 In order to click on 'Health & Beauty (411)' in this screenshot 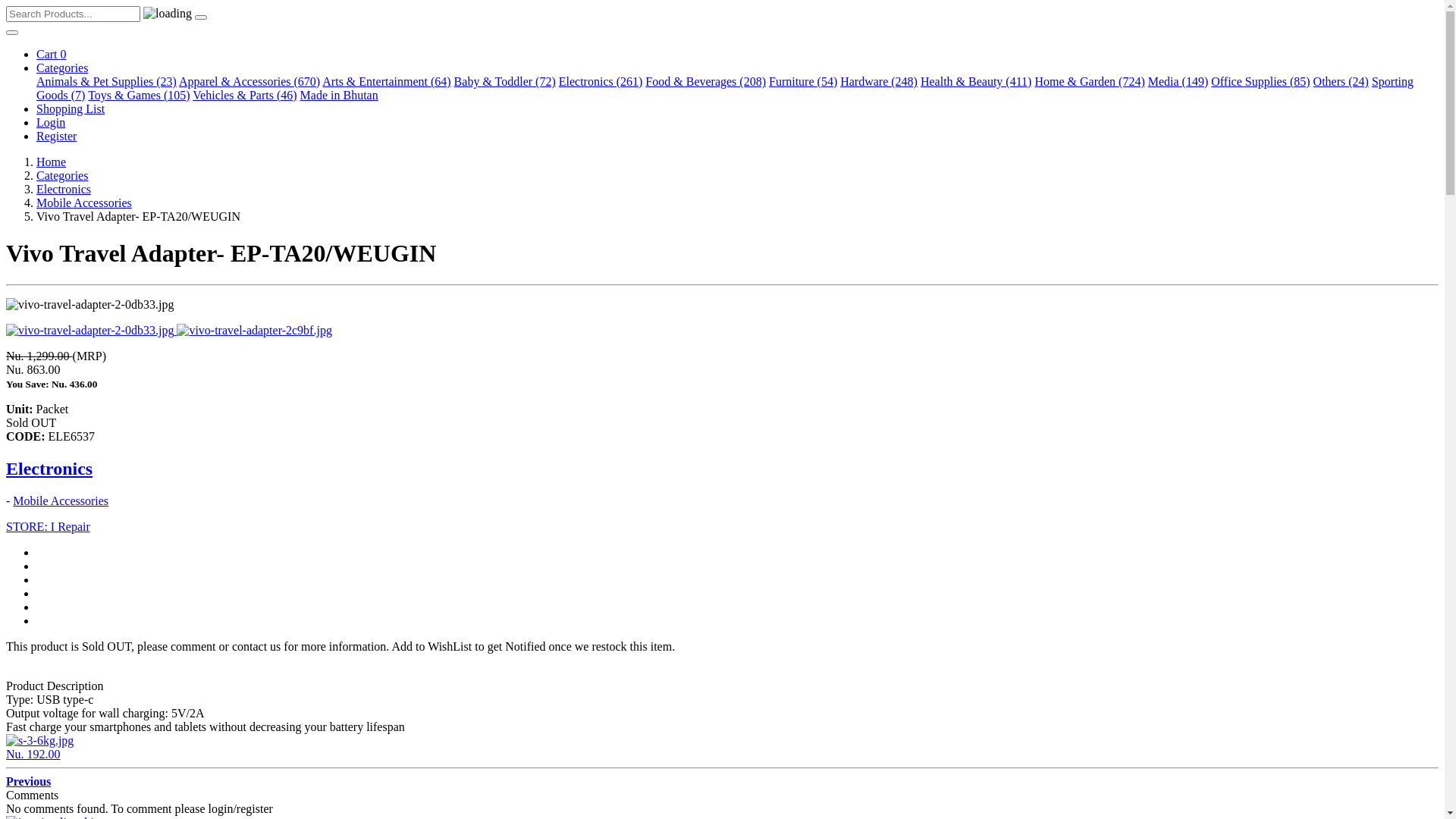, I will do `click(975, 81)`.